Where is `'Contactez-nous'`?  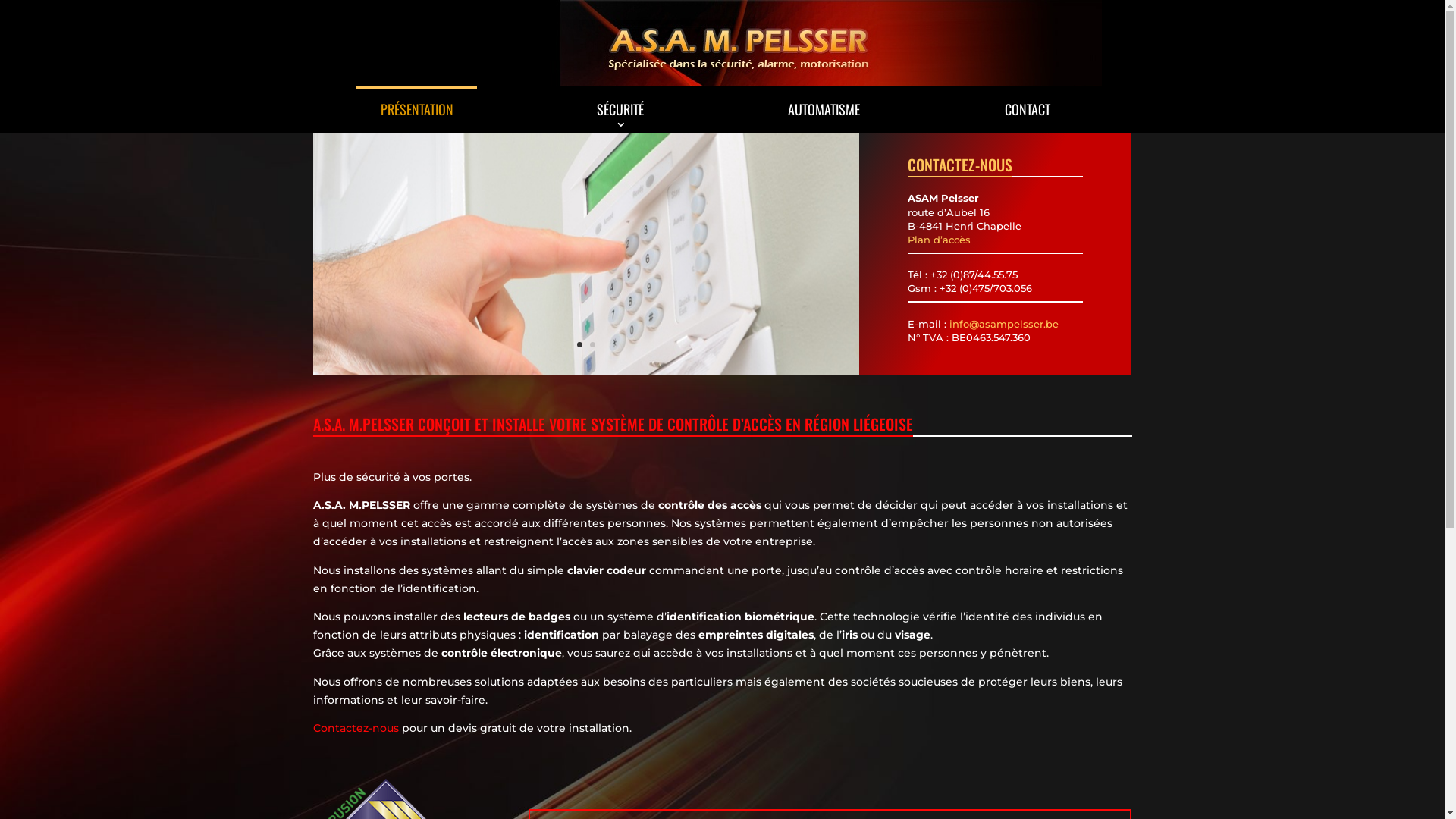
'Contactez-nous' is located at coordinates (354, 727).